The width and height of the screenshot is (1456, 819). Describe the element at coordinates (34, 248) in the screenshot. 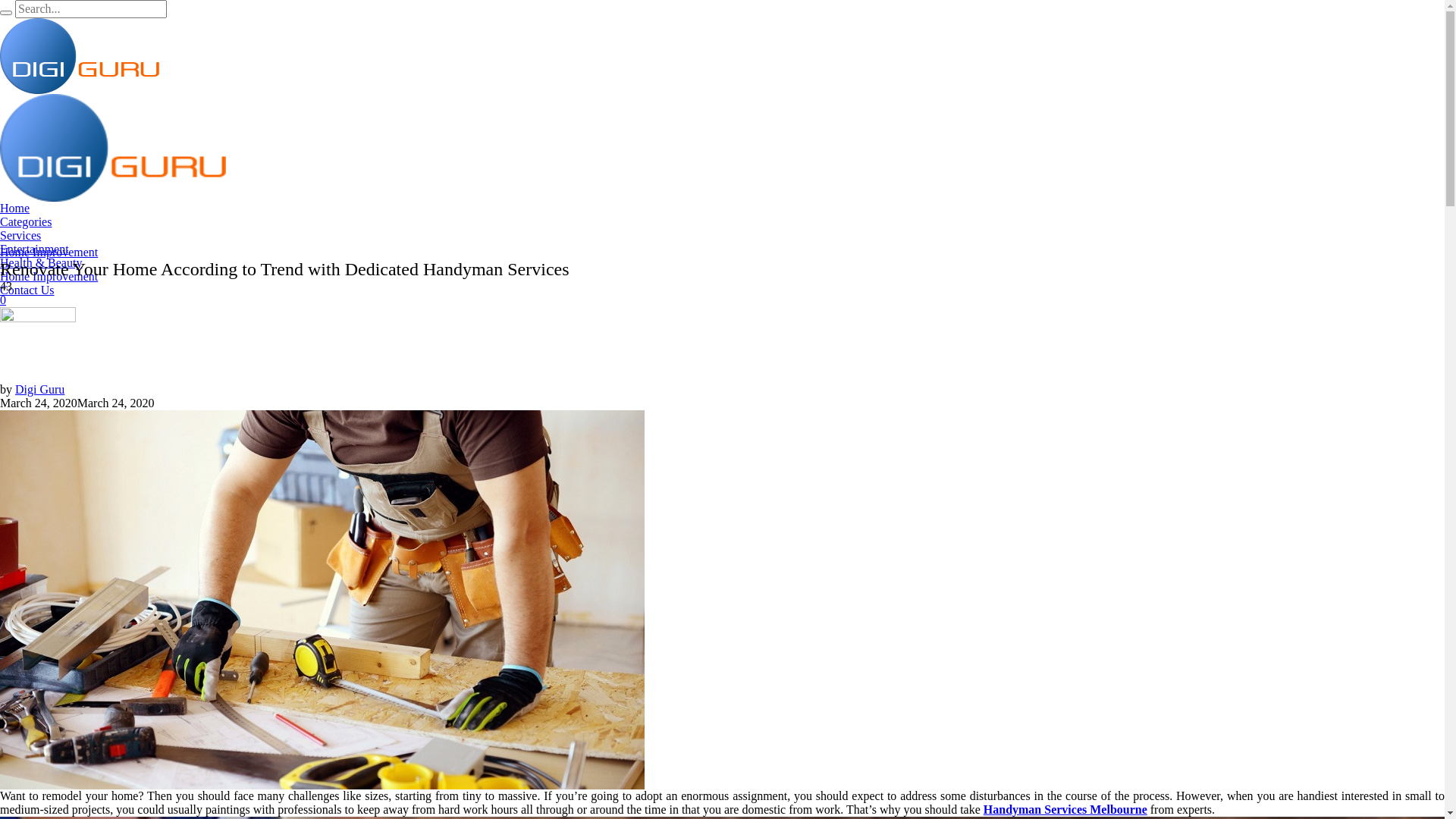

I see `'Entertainment'` at that location.